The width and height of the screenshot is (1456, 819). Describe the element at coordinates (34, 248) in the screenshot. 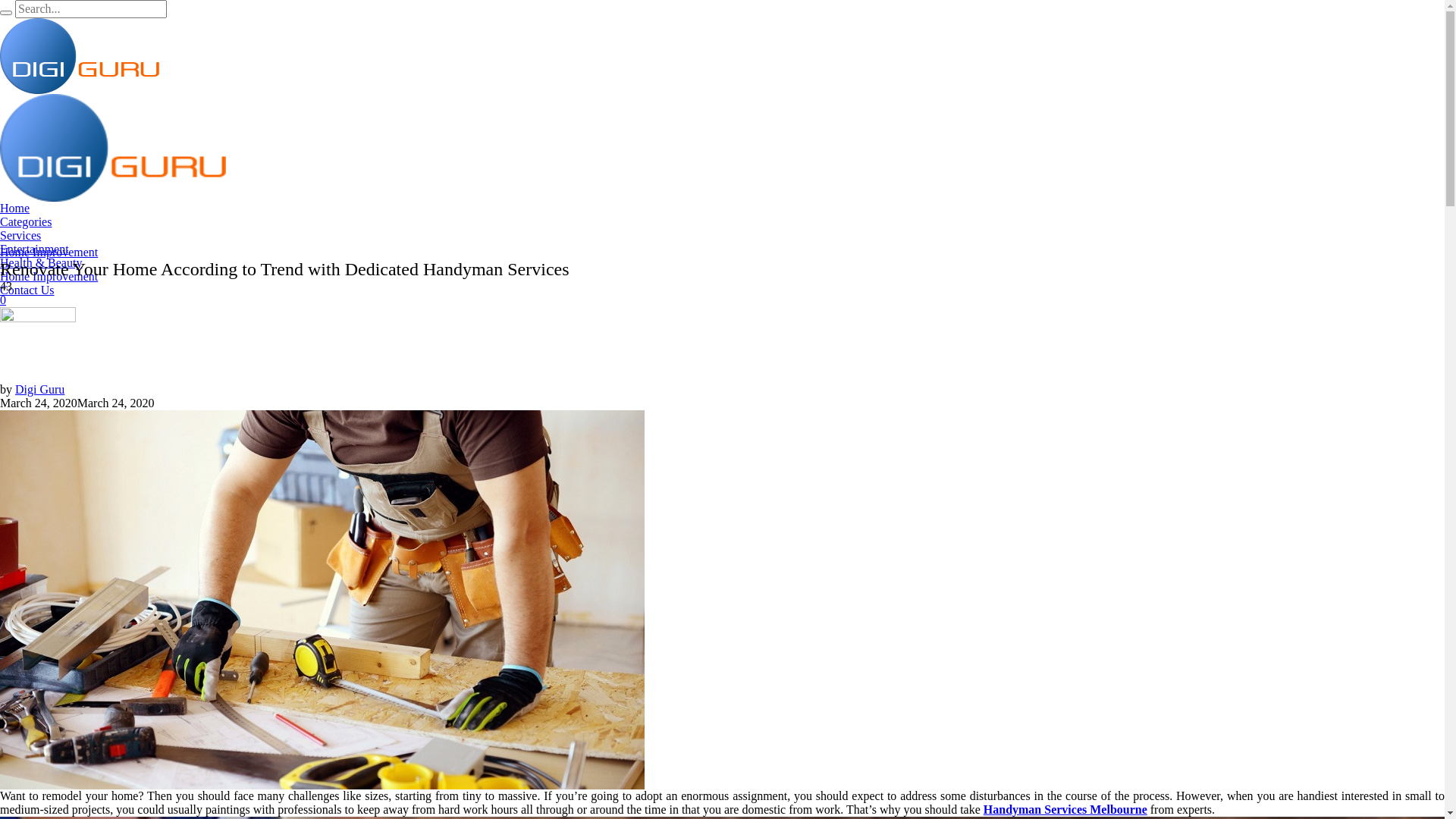

I see `'Entertainment'` at that location.